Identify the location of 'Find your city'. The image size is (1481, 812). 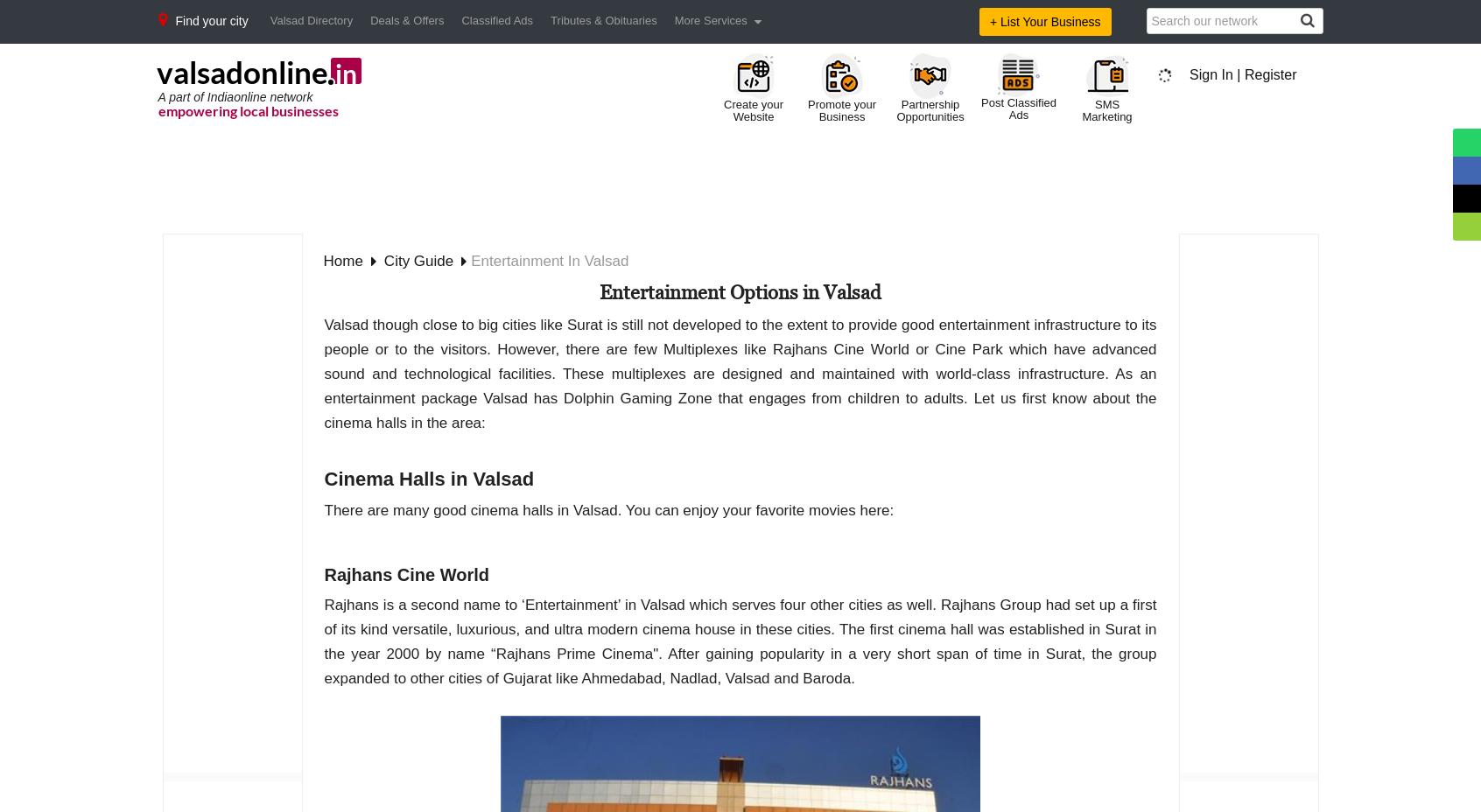
(211, 20).